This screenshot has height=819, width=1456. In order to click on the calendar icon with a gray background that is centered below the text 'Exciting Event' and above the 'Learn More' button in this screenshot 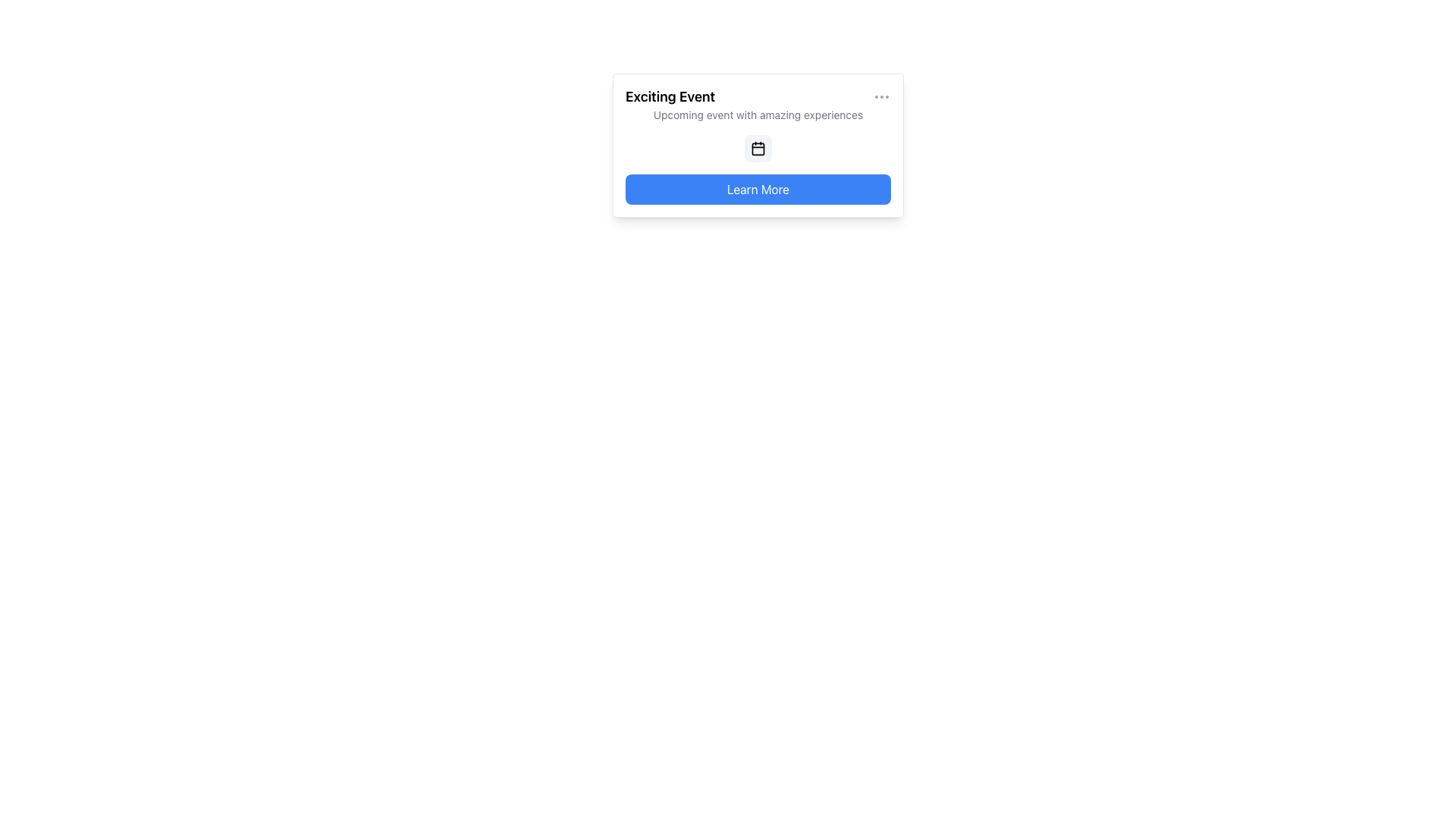, I will do `click(758, 149)`.